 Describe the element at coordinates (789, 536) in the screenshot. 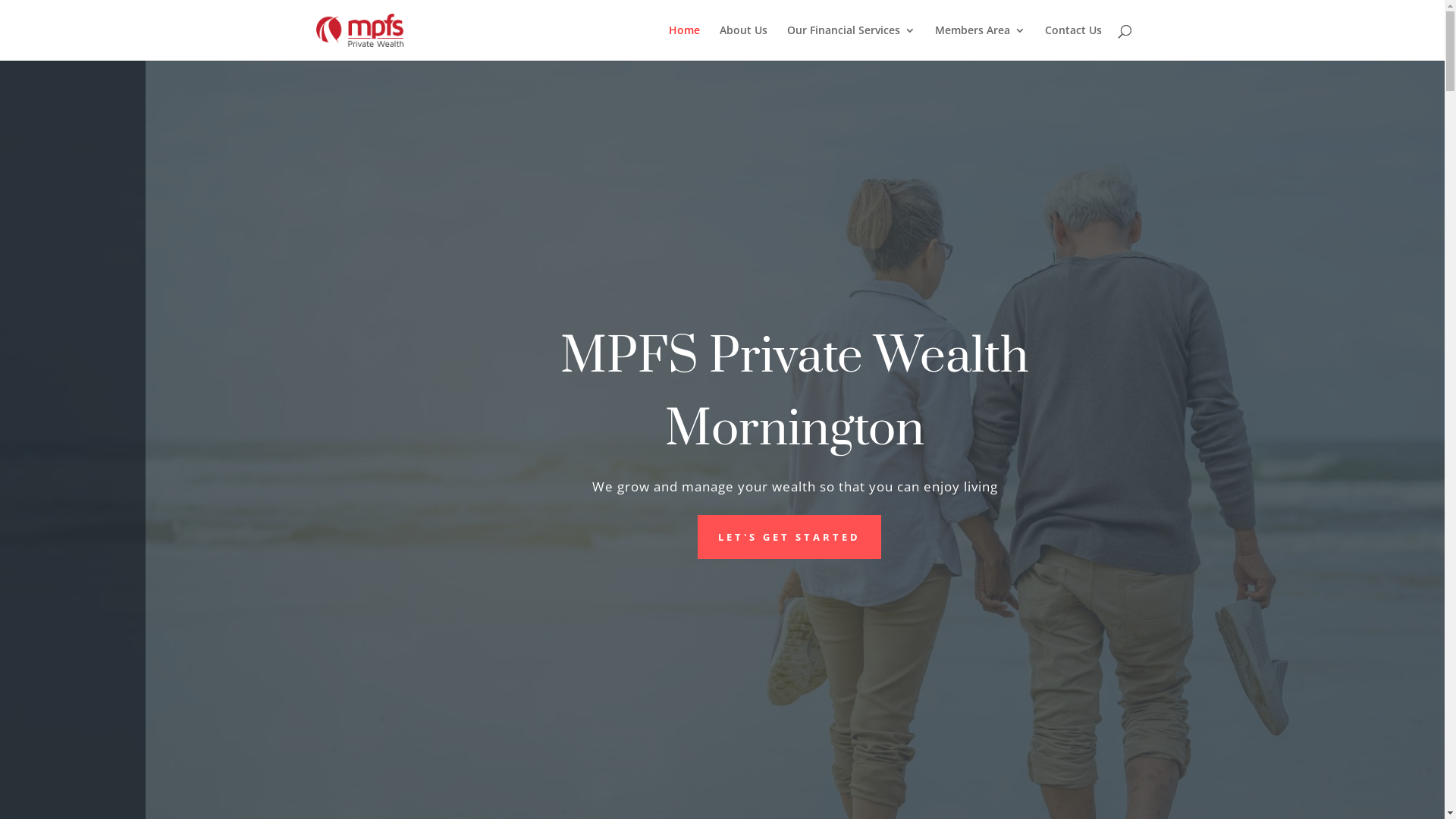

I see `'LET'S GET STARTED'` at that location.